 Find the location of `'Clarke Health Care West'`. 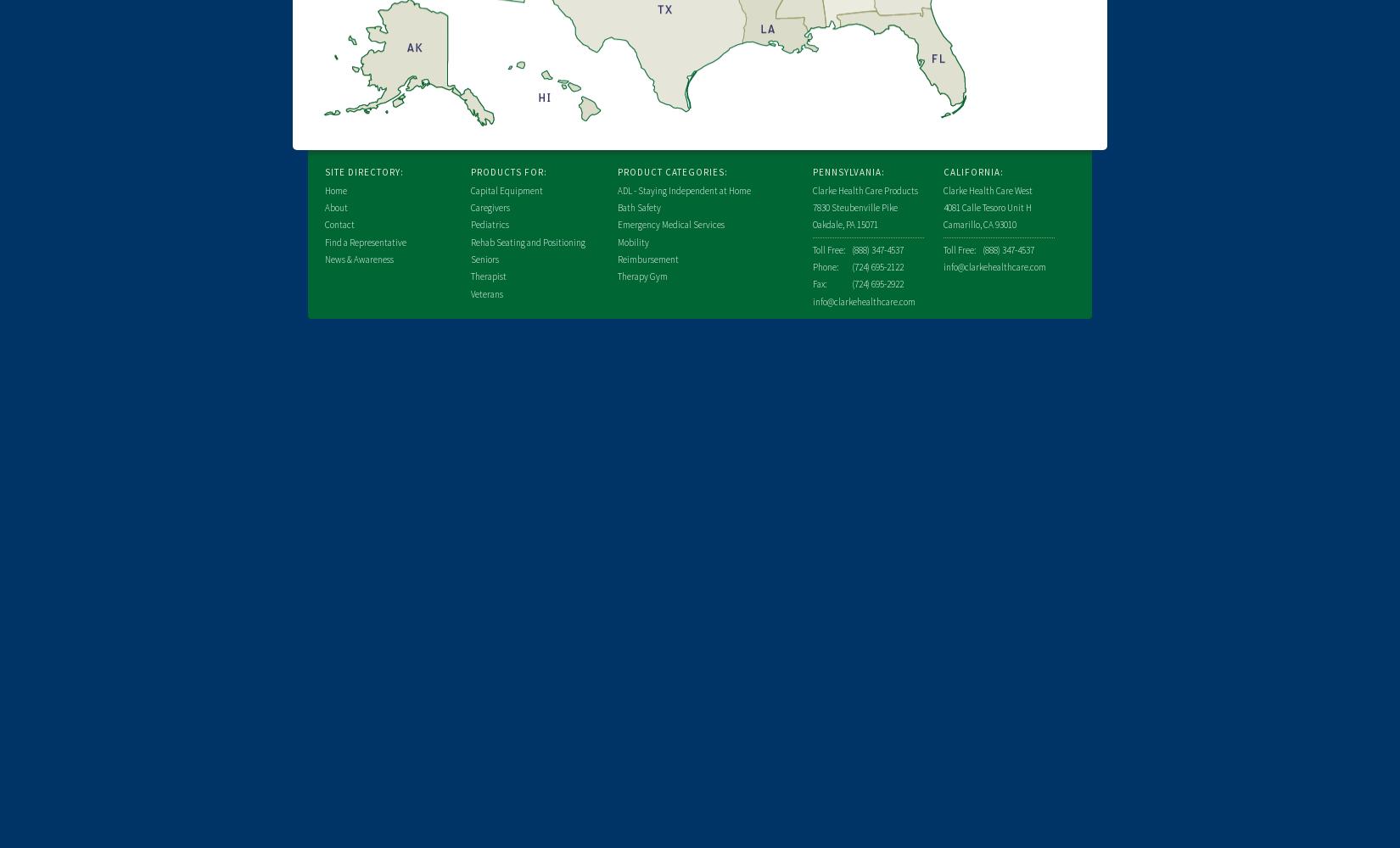

'Clarke Health Care West' is located at coordinates (988, 189).